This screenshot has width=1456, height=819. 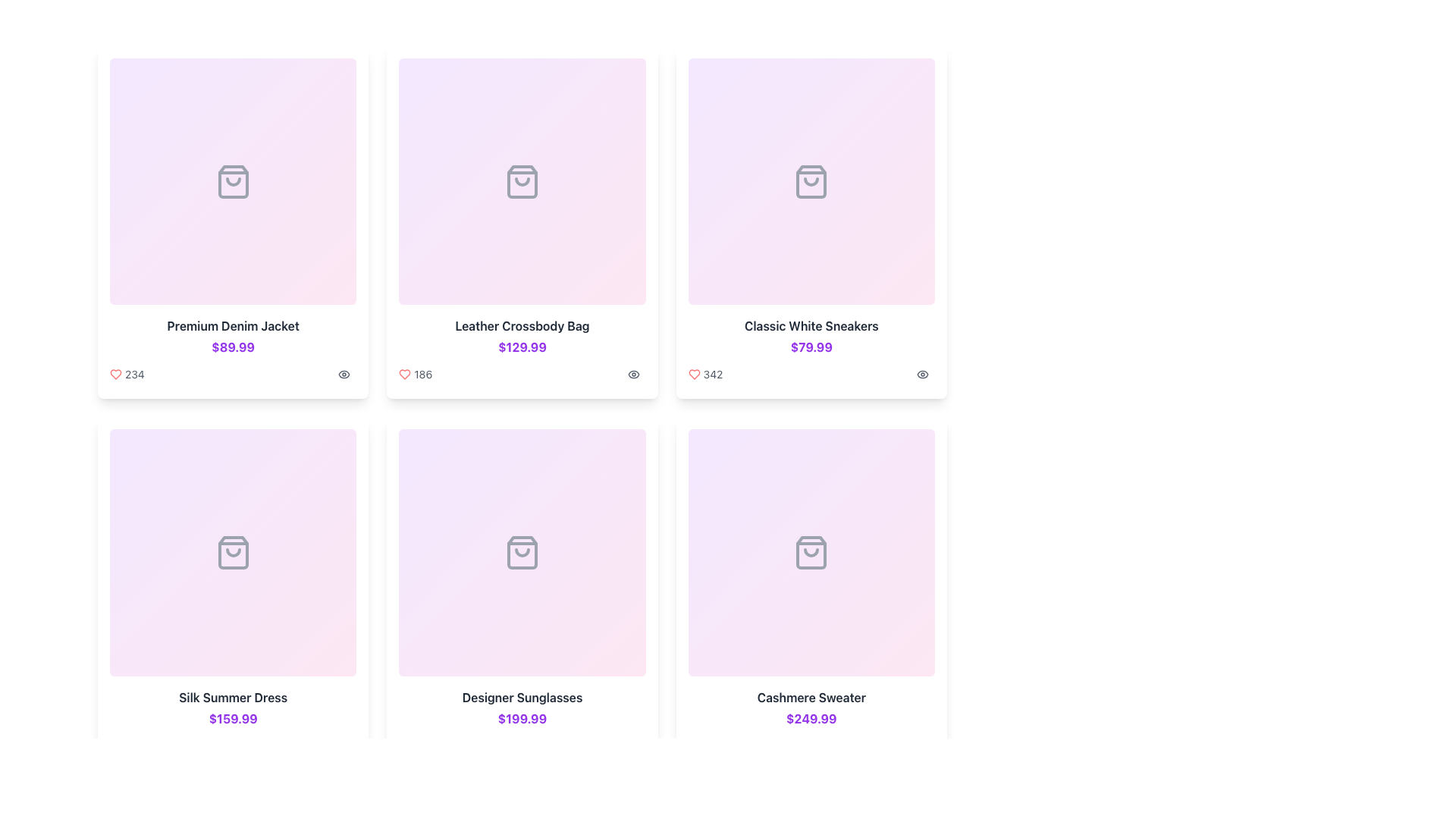 I want to click on the heart icon in the bottom-left corner of the 'Leather Crossbody Bag' product card to like or favorite the item, so click(x=405, y=375).